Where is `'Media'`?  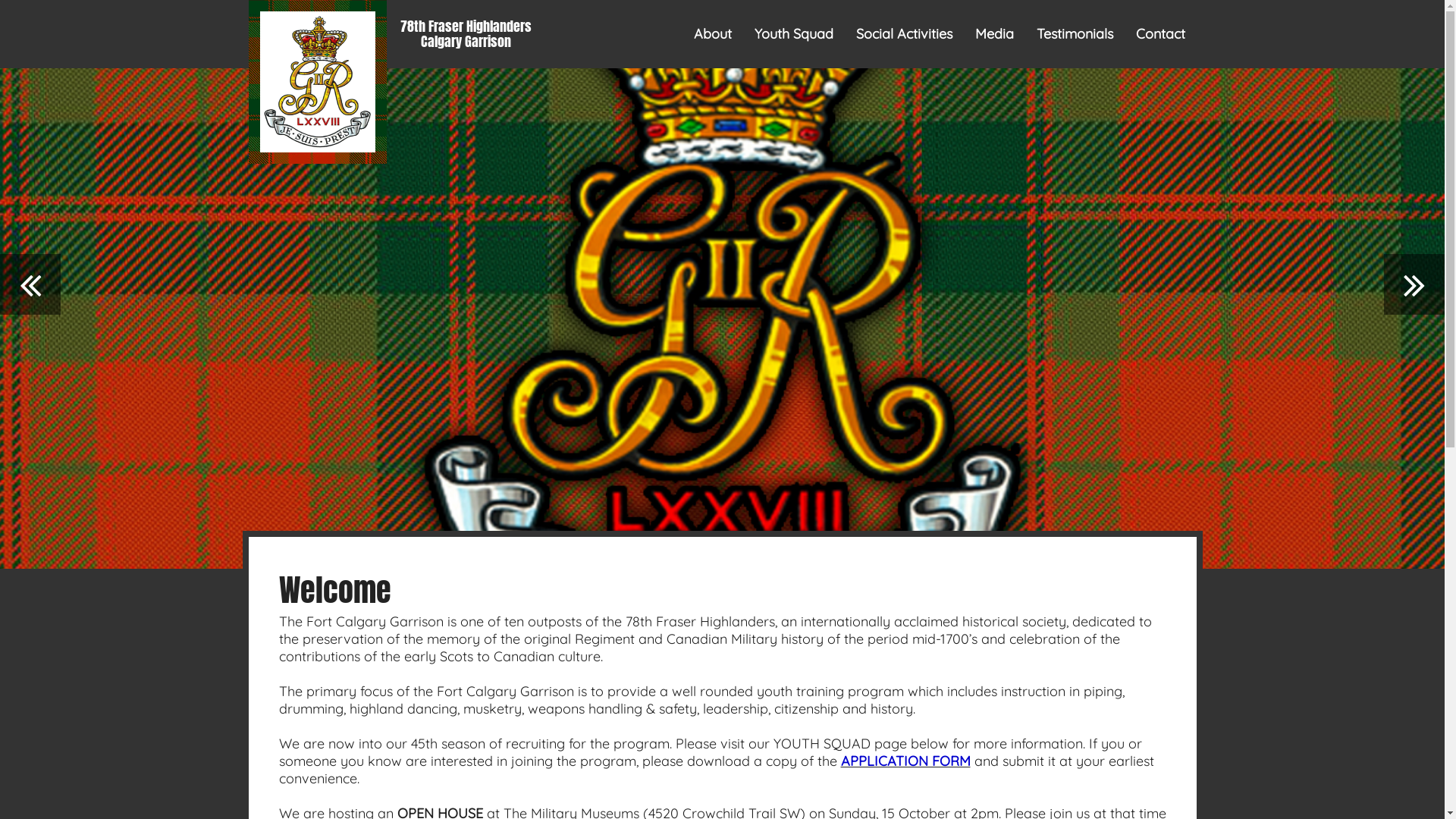
'Media' is located at coordinates (994, 34).